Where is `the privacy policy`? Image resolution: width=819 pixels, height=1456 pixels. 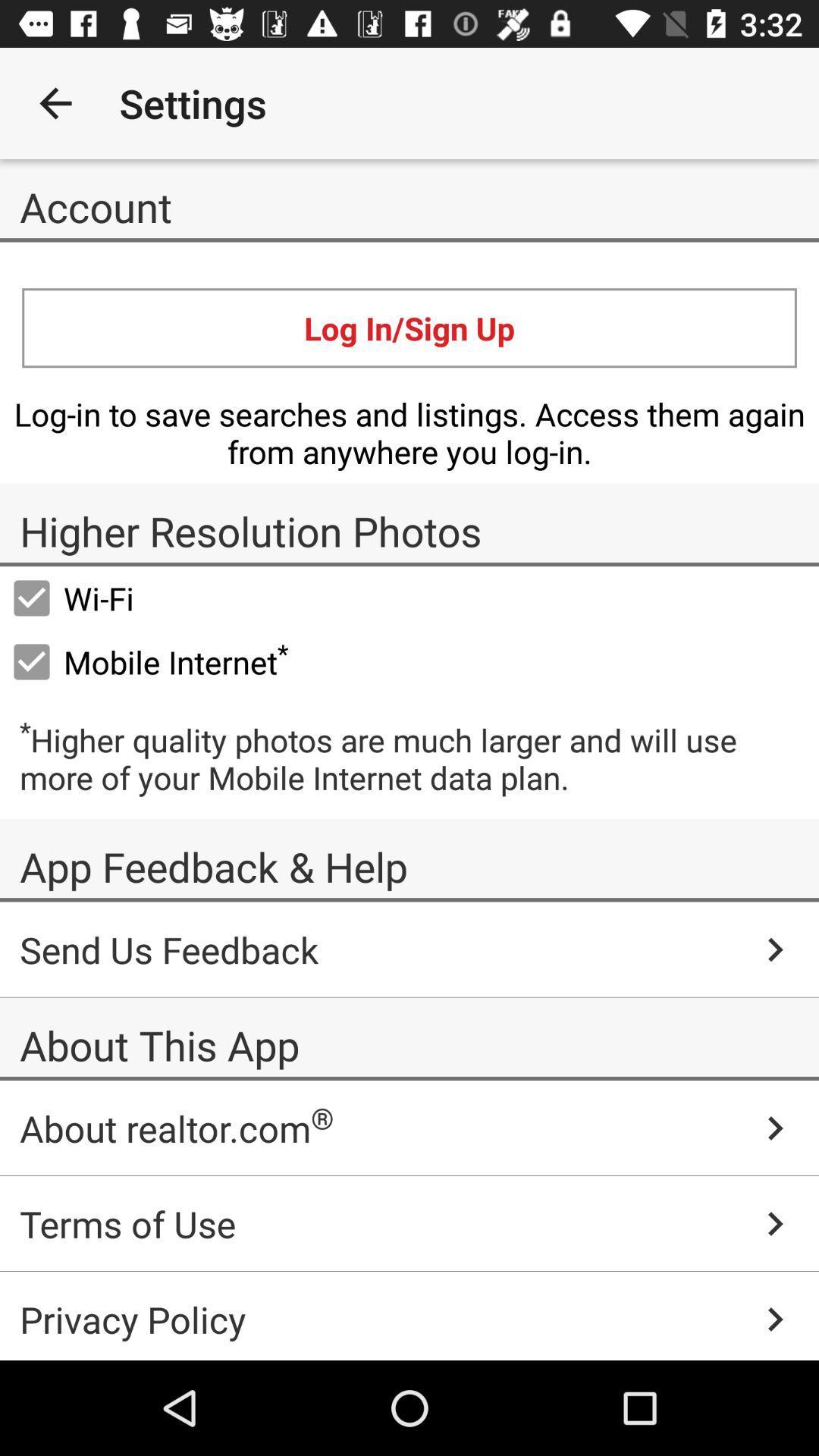 the privacy policy is located at coordinates (409, 1315).